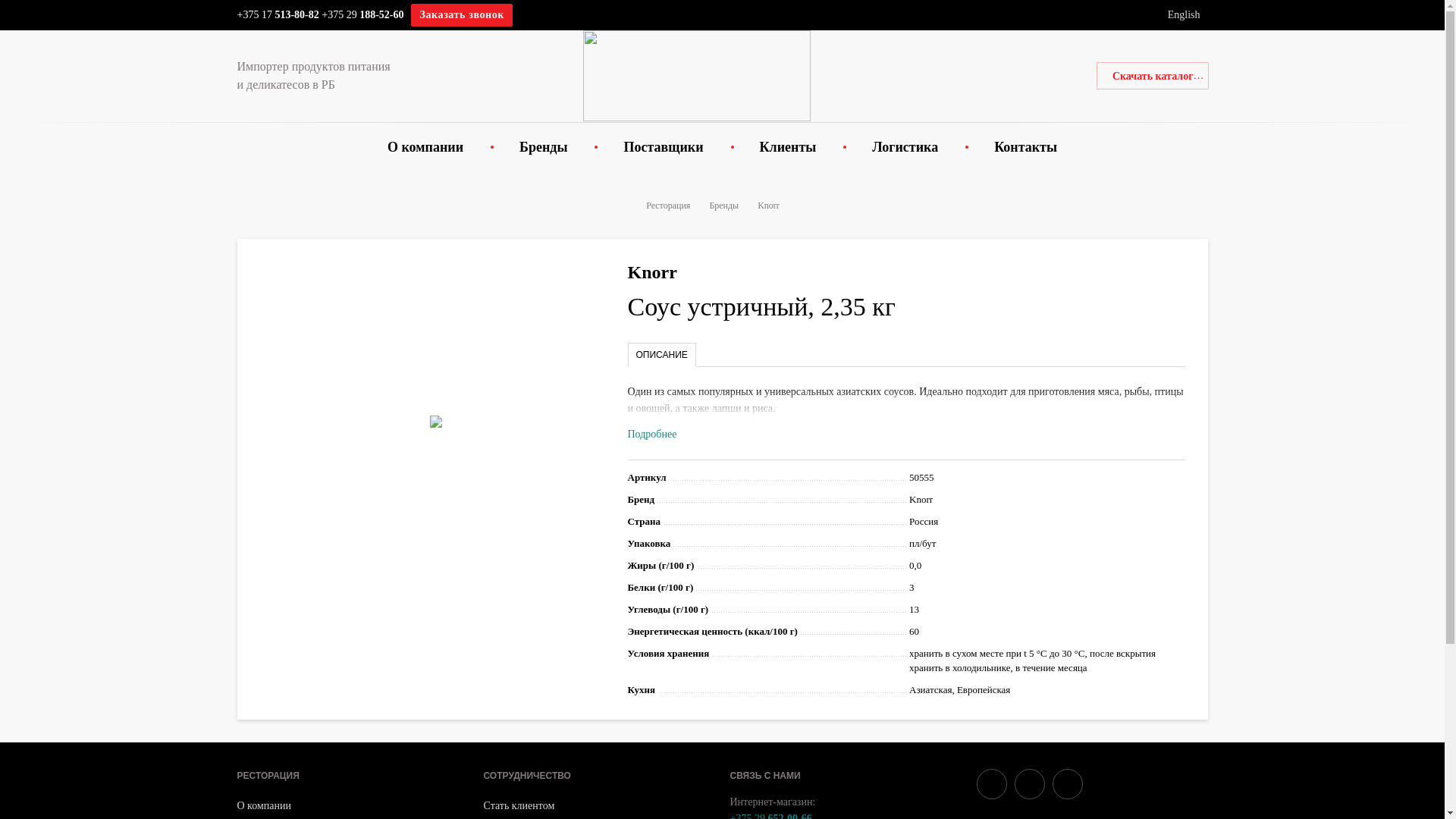  What do you see at coordinates (362, 14) in the screenshot?
I see `'+375 29 188-52-60'` at bounding box center [362, 14].